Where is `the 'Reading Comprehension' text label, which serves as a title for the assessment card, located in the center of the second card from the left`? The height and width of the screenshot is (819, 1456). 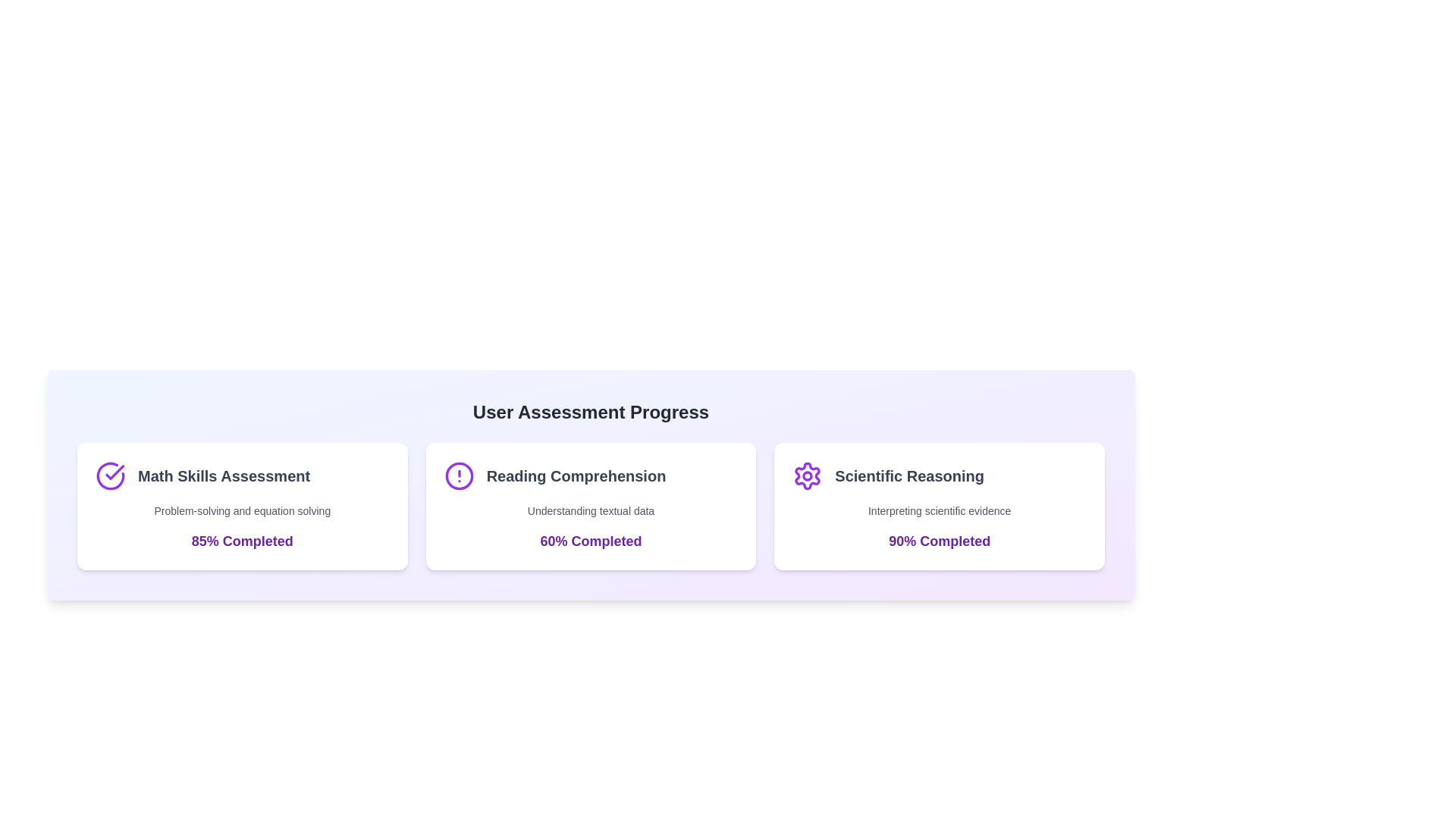 the 'Reading Comprehension' text label, which serves as a title for the assessment card, located in the center of the second card from the left is located at coordinates (575, 475).